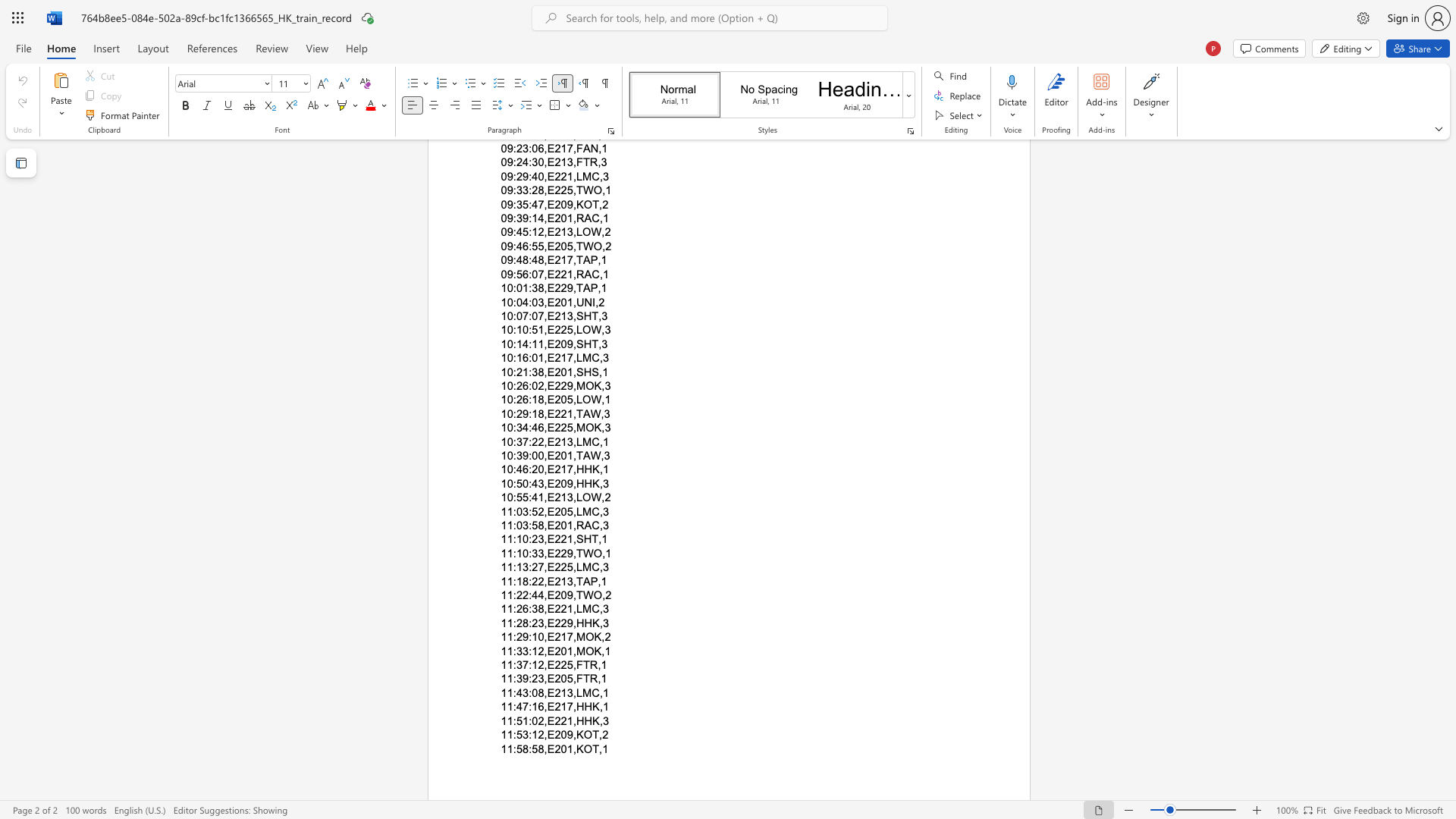 The image size is (1456, 819). What do you see at coordinates (560, 538) in the screenshot?
I see `the subset text "21," within the text "11:10:23,E221,SHT,1"` at bounding box center [560, 538].